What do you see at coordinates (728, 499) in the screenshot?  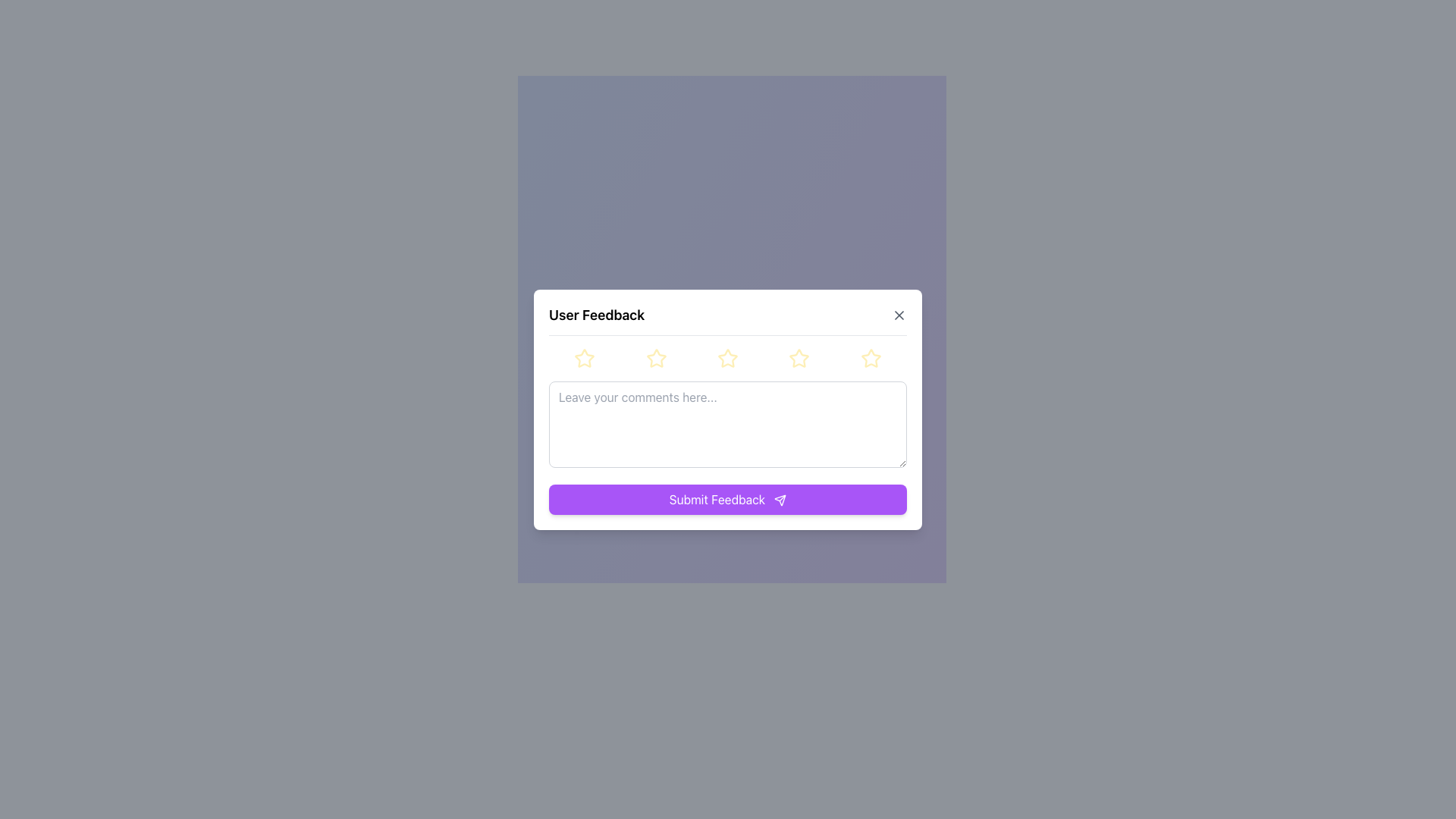 I see `the purple 'Submit Feedback' button with rounded corners located at the bottom of the feedback form` at bounding box center [728, 499].